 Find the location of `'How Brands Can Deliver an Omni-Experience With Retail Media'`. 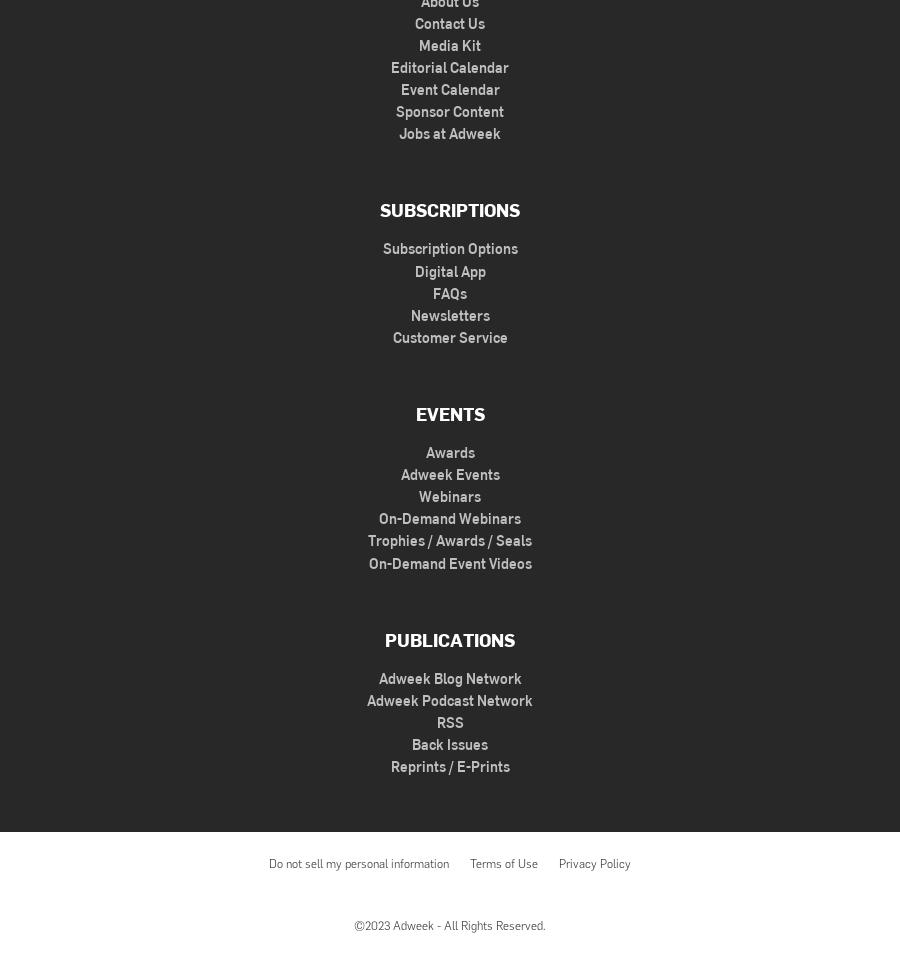

'How Brands Can Deliver an Omni-Experience With Retail Media' is located at coordinates (298, 567).